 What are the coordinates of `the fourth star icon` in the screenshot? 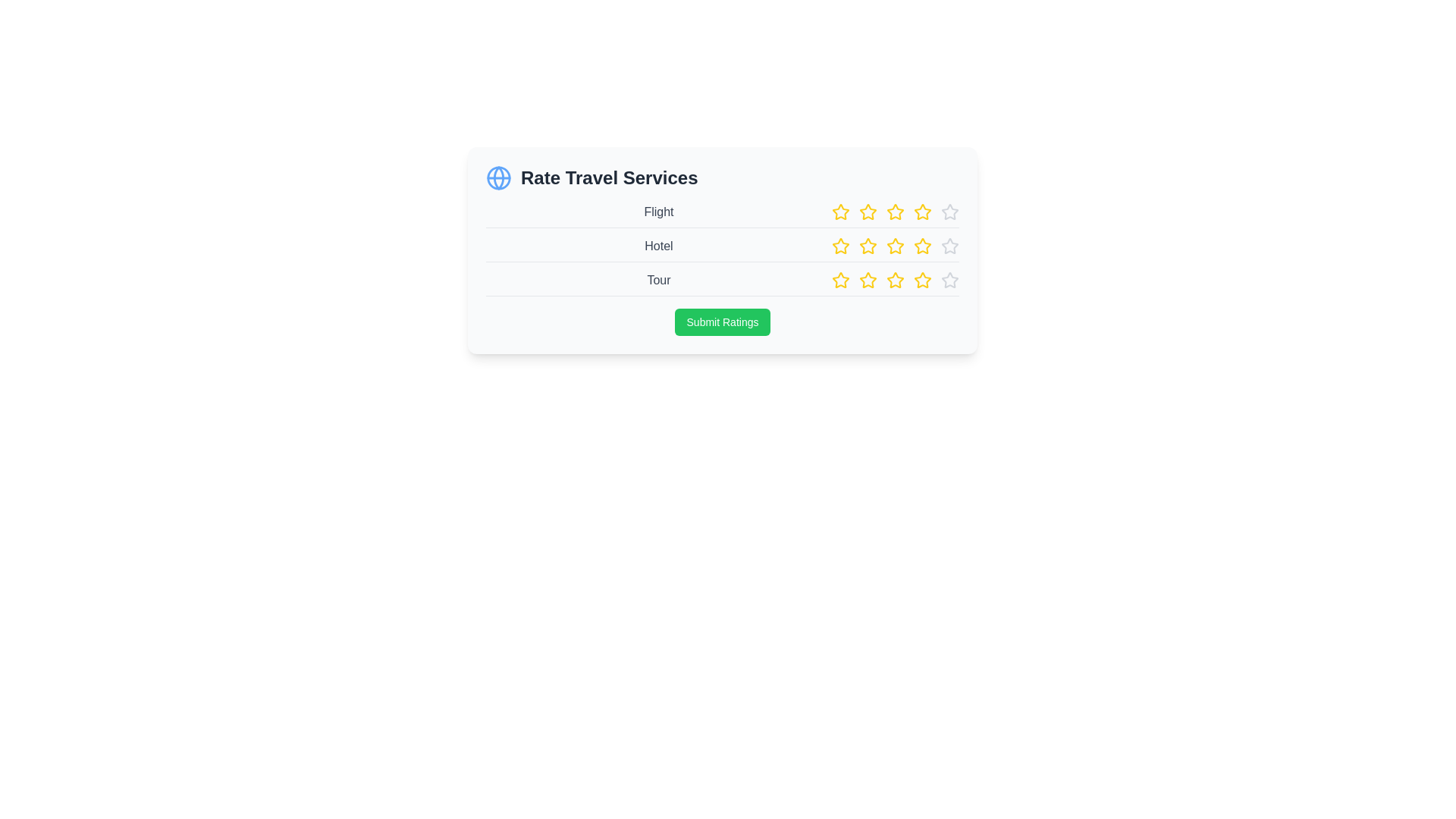 It's located at (895, 245).